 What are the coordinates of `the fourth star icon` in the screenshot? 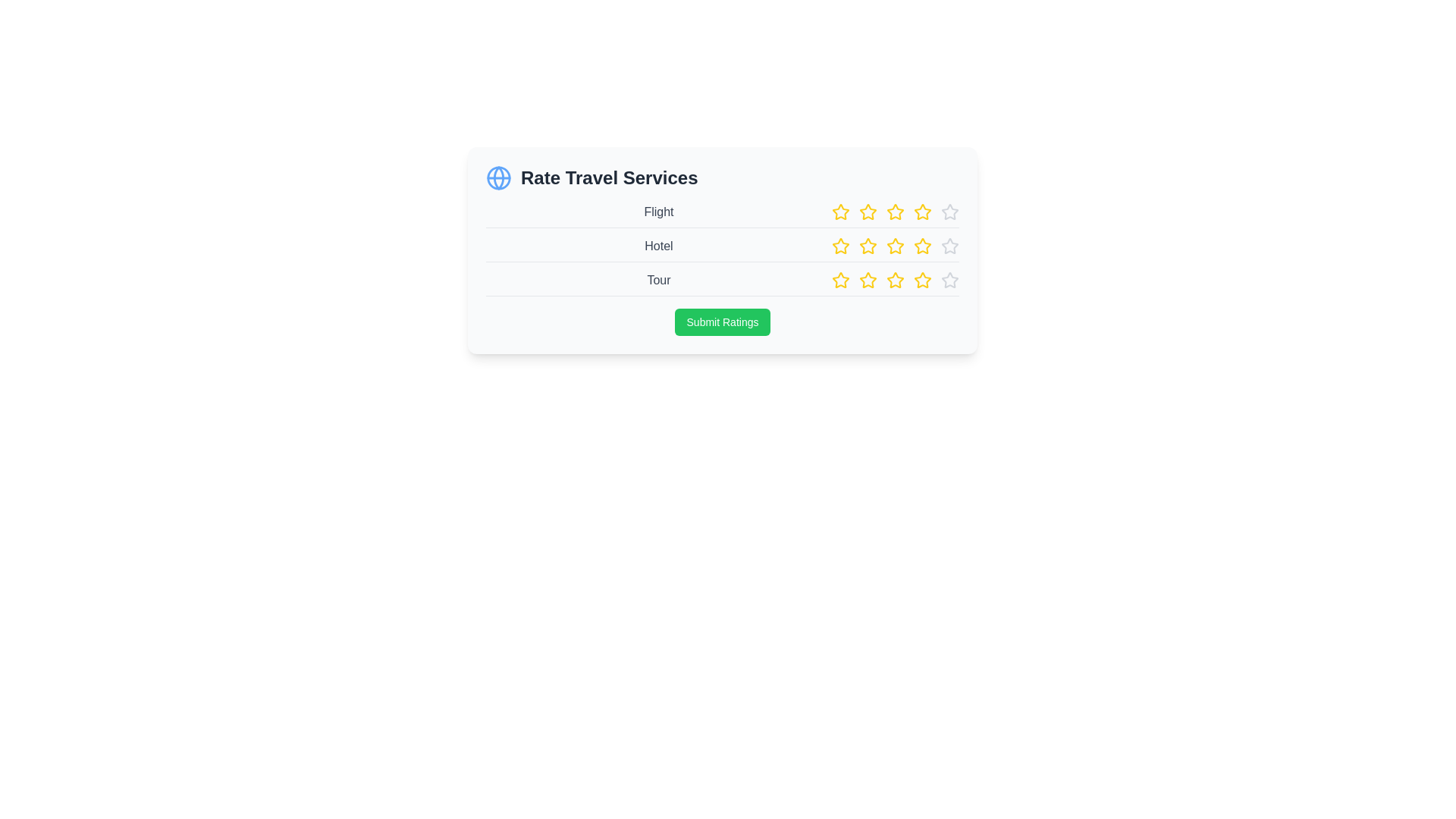 It's located at (895, 245).